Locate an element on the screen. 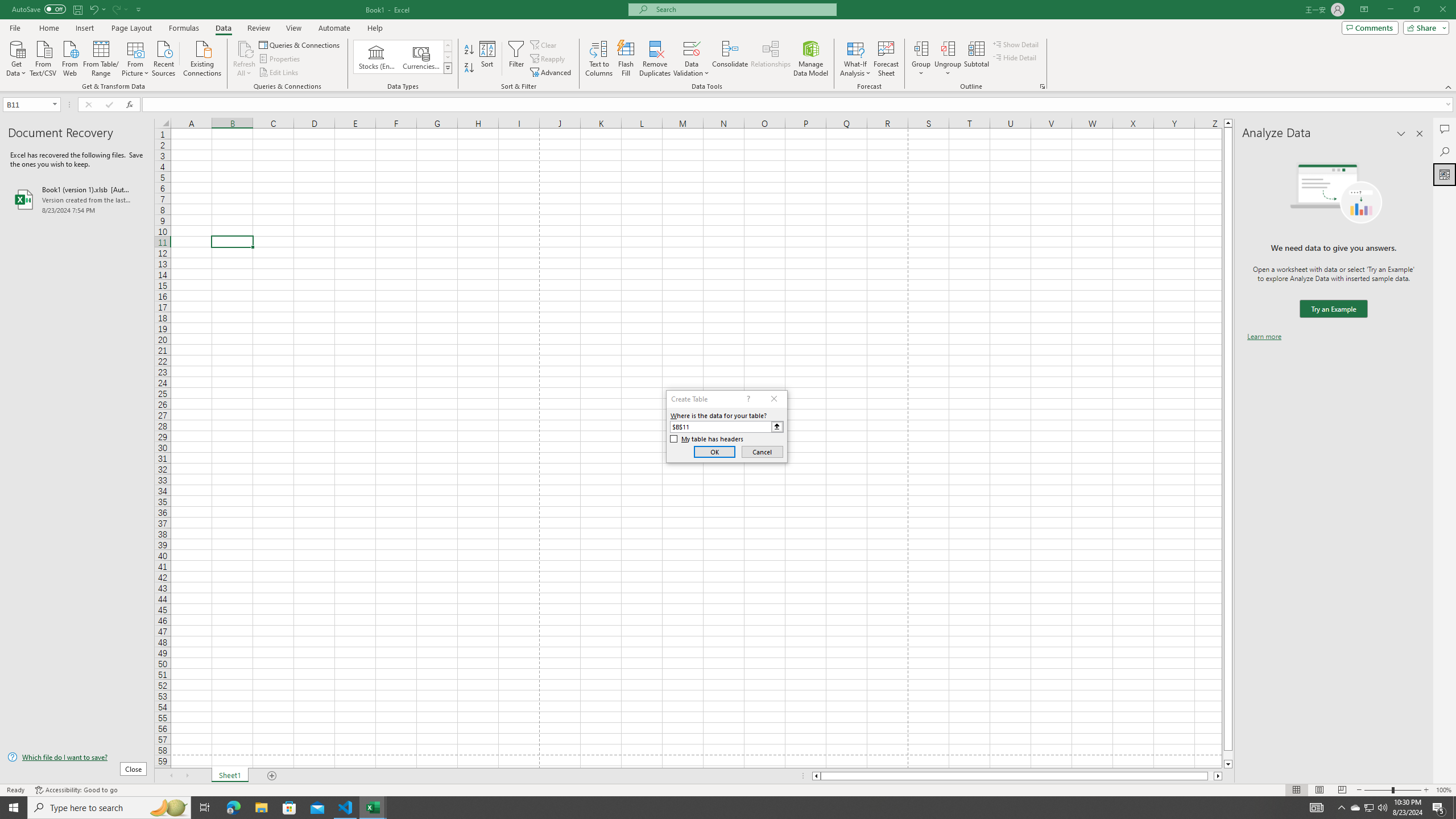 Image resolution: width=1456 pixels, height=819 pixels. 'Existing Connections' is located at coordinates (201, 57).